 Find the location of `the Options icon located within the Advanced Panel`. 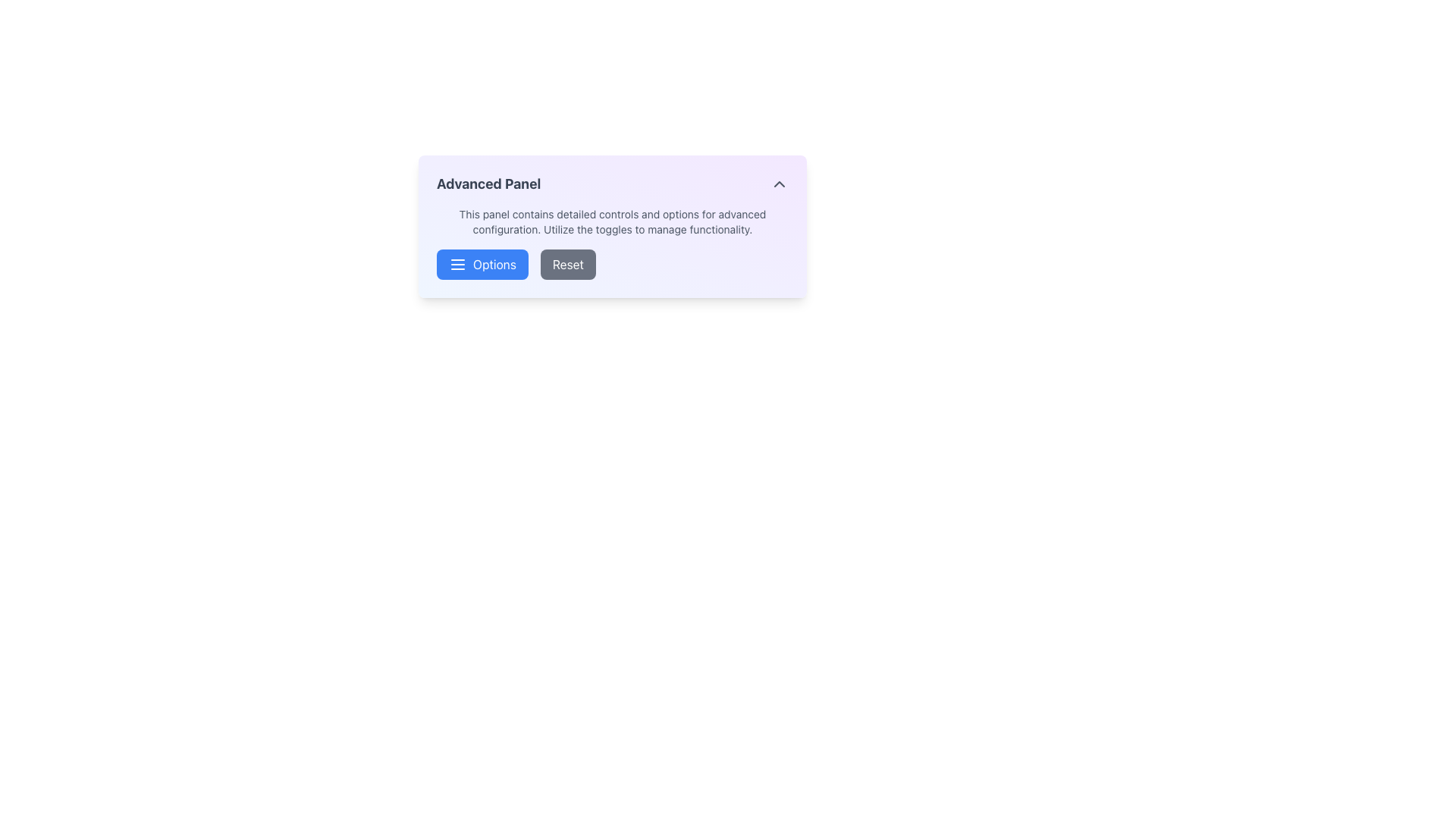

the Options icon located within the Advanced Panel is located at coordinates (457, 263).